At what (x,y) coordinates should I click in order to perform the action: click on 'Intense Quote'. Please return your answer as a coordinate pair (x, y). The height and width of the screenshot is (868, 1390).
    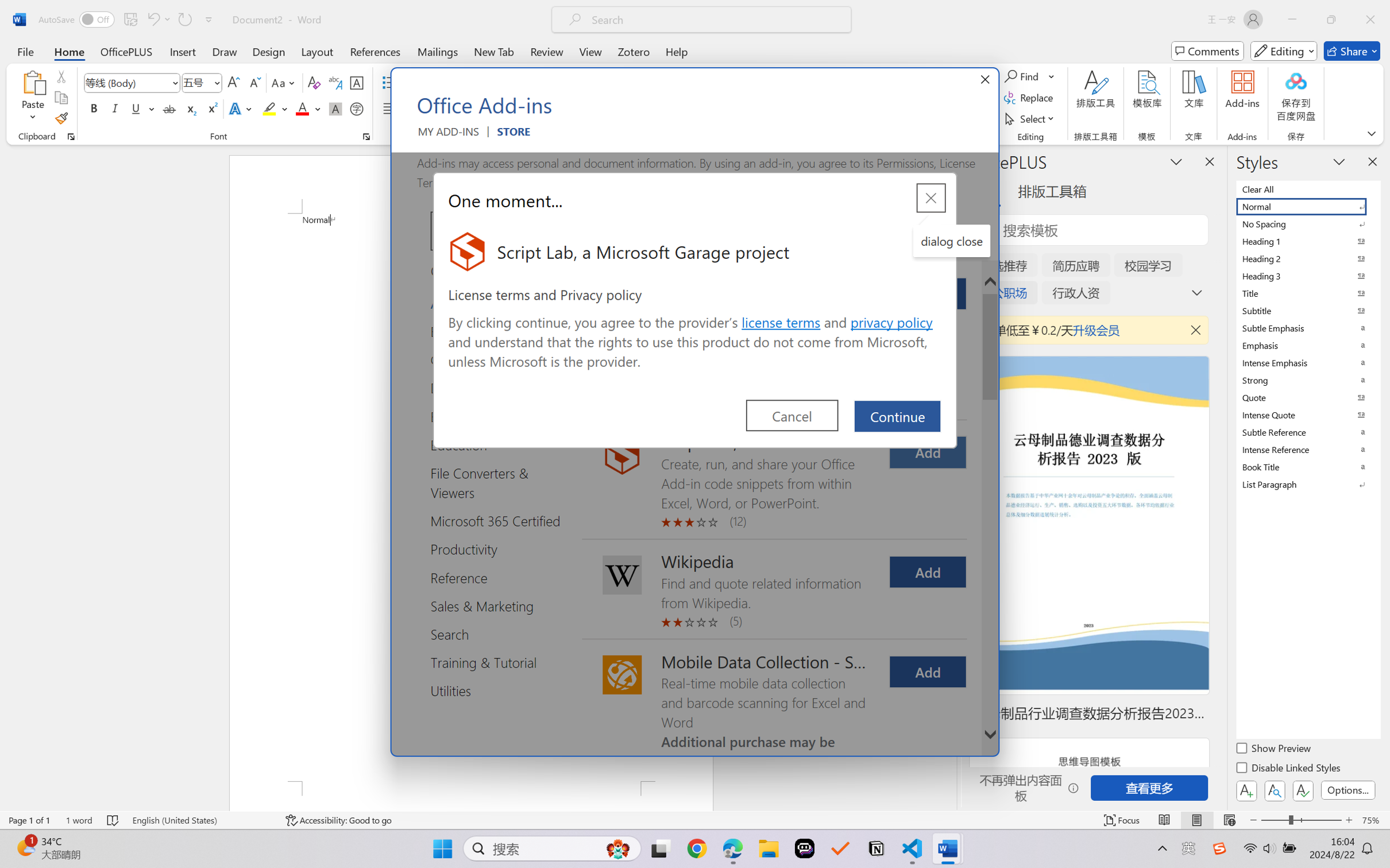
    Looking at the image, I should click on (1307, 414).